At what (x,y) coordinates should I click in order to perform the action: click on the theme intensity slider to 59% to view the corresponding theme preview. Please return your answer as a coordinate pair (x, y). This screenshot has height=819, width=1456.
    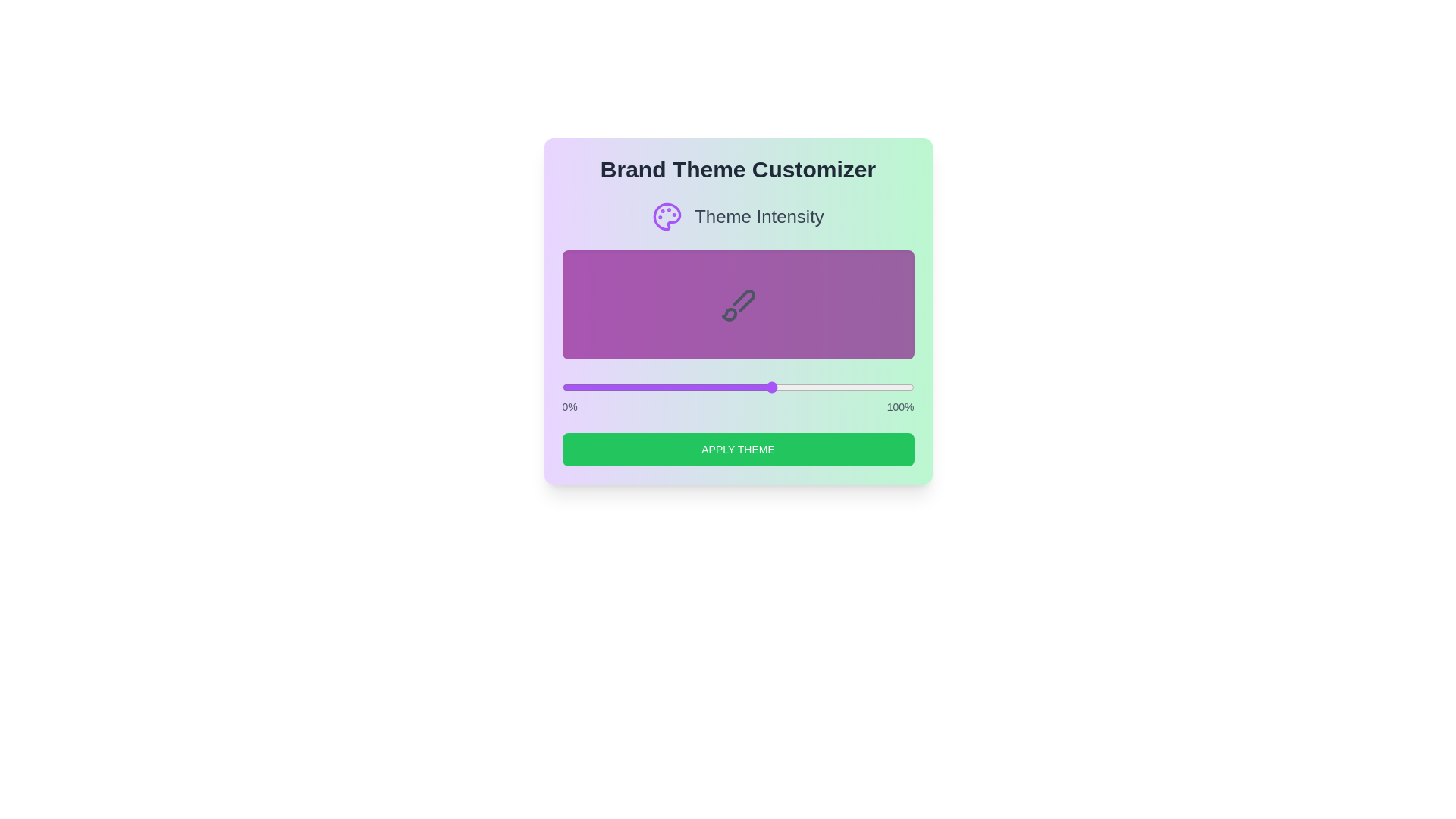
    Looking at the image, I should click on (770, 386).